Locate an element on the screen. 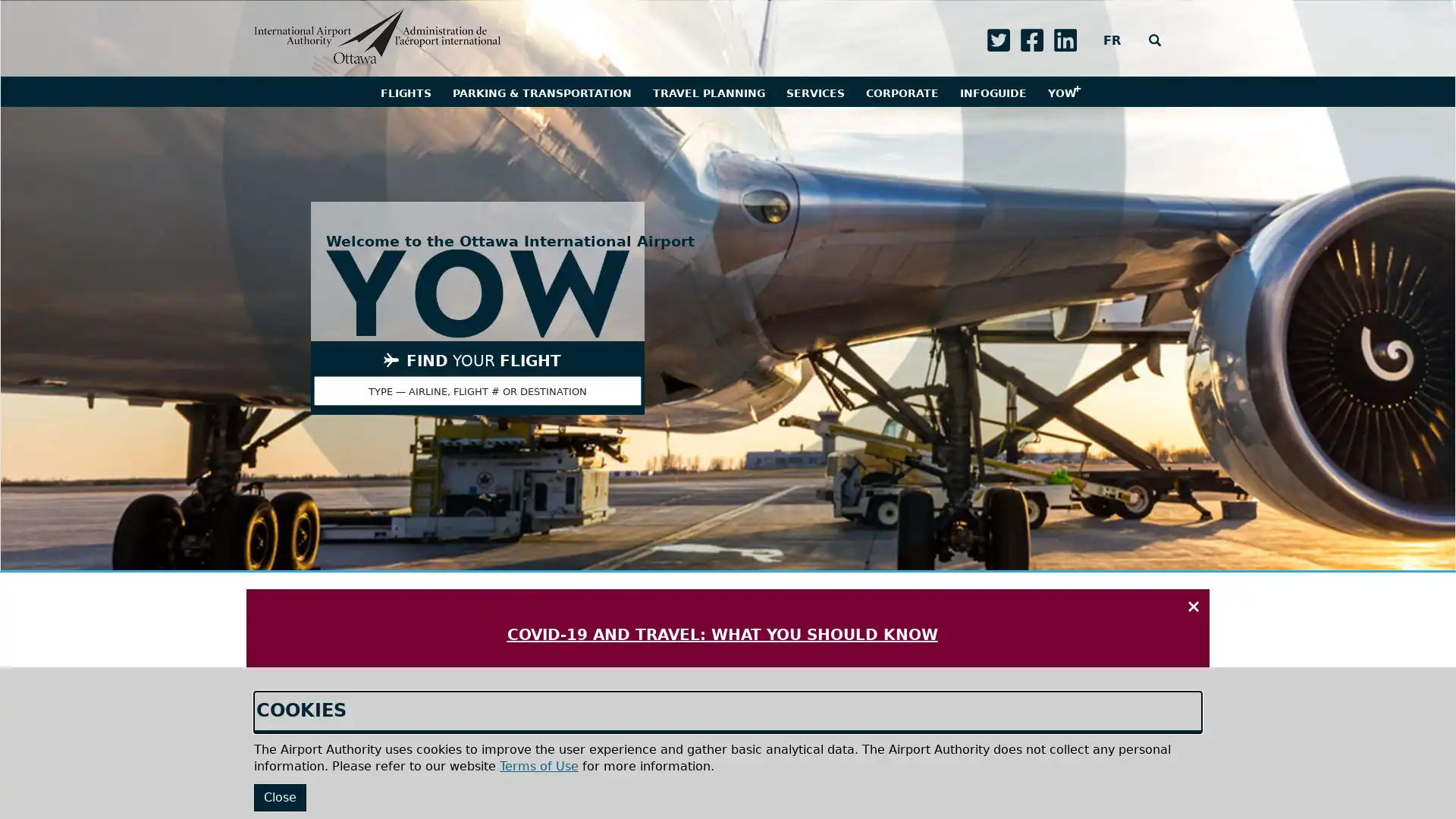 The image size is (1456, 819). Show Travel Planning Sub Menu is located at coordinates (708, 91).